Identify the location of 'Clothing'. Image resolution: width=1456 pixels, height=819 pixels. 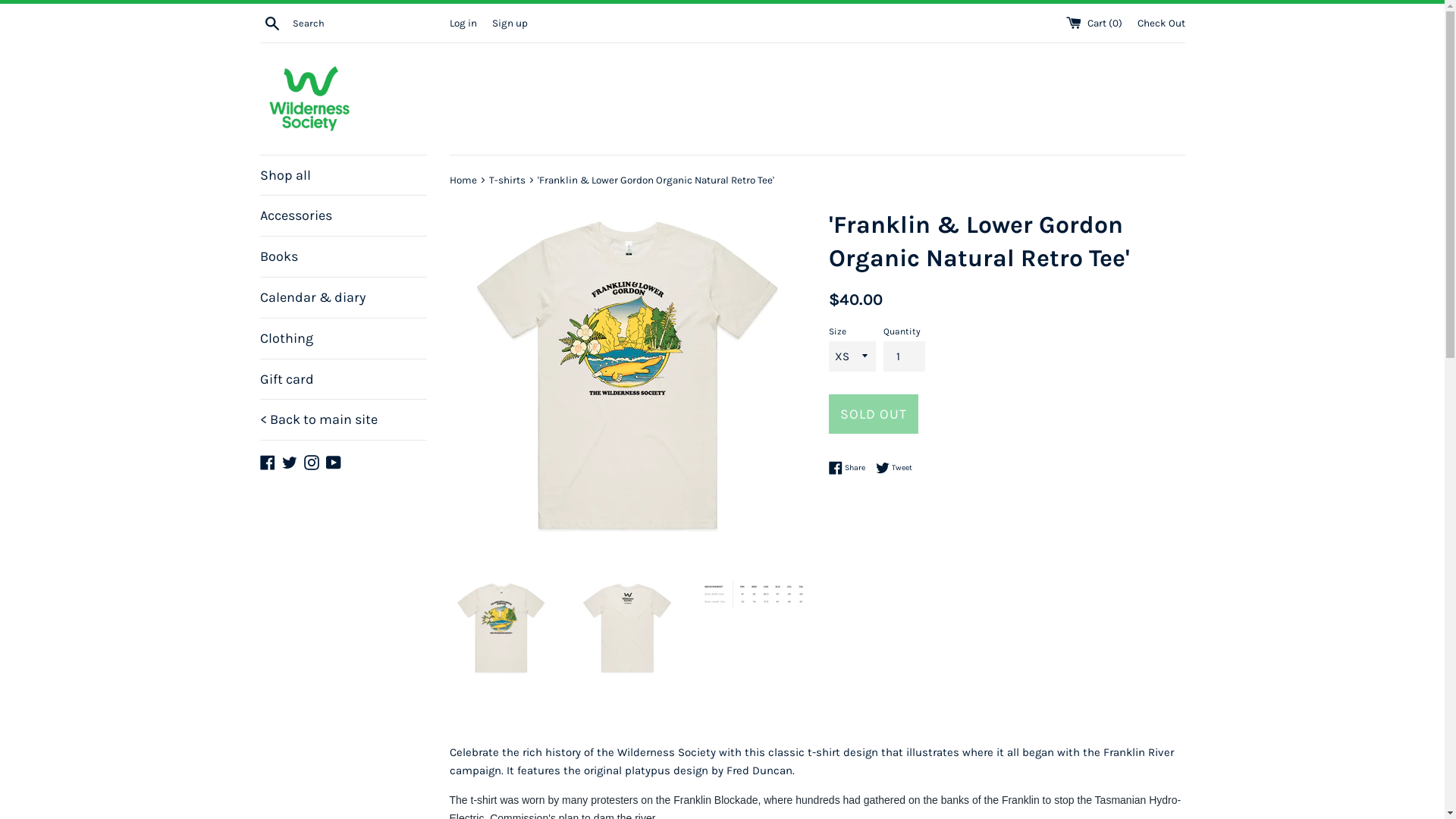
(259, 337).